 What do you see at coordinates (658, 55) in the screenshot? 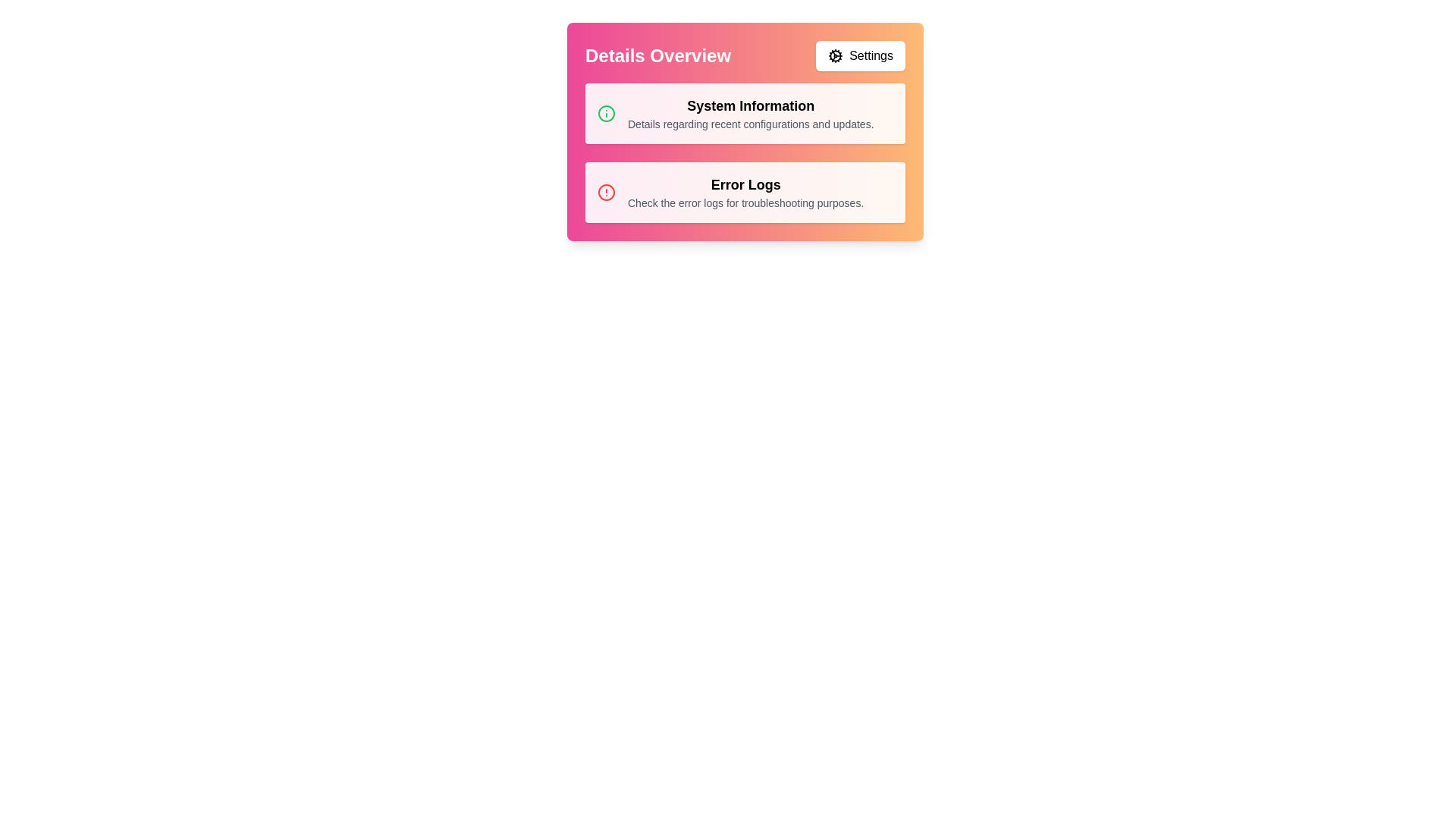
I see `the 'Details Overview' label, which is a bold, extra-large text in white on a pink-to-orange gradient background, located in the header section above the 'Settings' button` at bounding box center [658, 55].